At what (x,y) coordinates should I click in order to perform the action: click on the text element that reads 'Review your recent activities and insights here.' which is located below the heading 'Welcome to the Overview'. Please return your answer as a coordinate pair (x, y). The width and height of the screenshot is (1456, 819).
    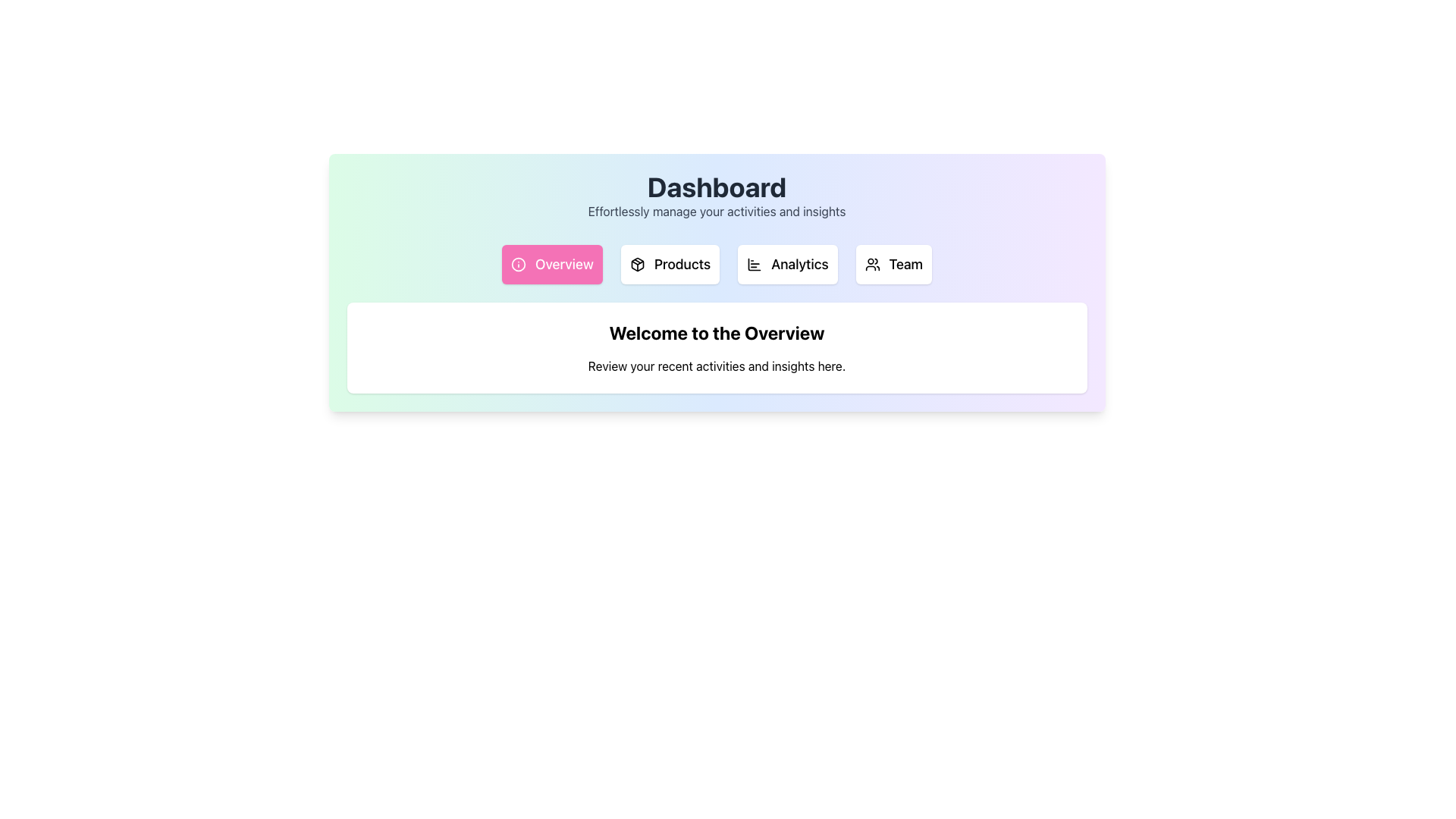
    Looking at the image, I should click on (716, 366).